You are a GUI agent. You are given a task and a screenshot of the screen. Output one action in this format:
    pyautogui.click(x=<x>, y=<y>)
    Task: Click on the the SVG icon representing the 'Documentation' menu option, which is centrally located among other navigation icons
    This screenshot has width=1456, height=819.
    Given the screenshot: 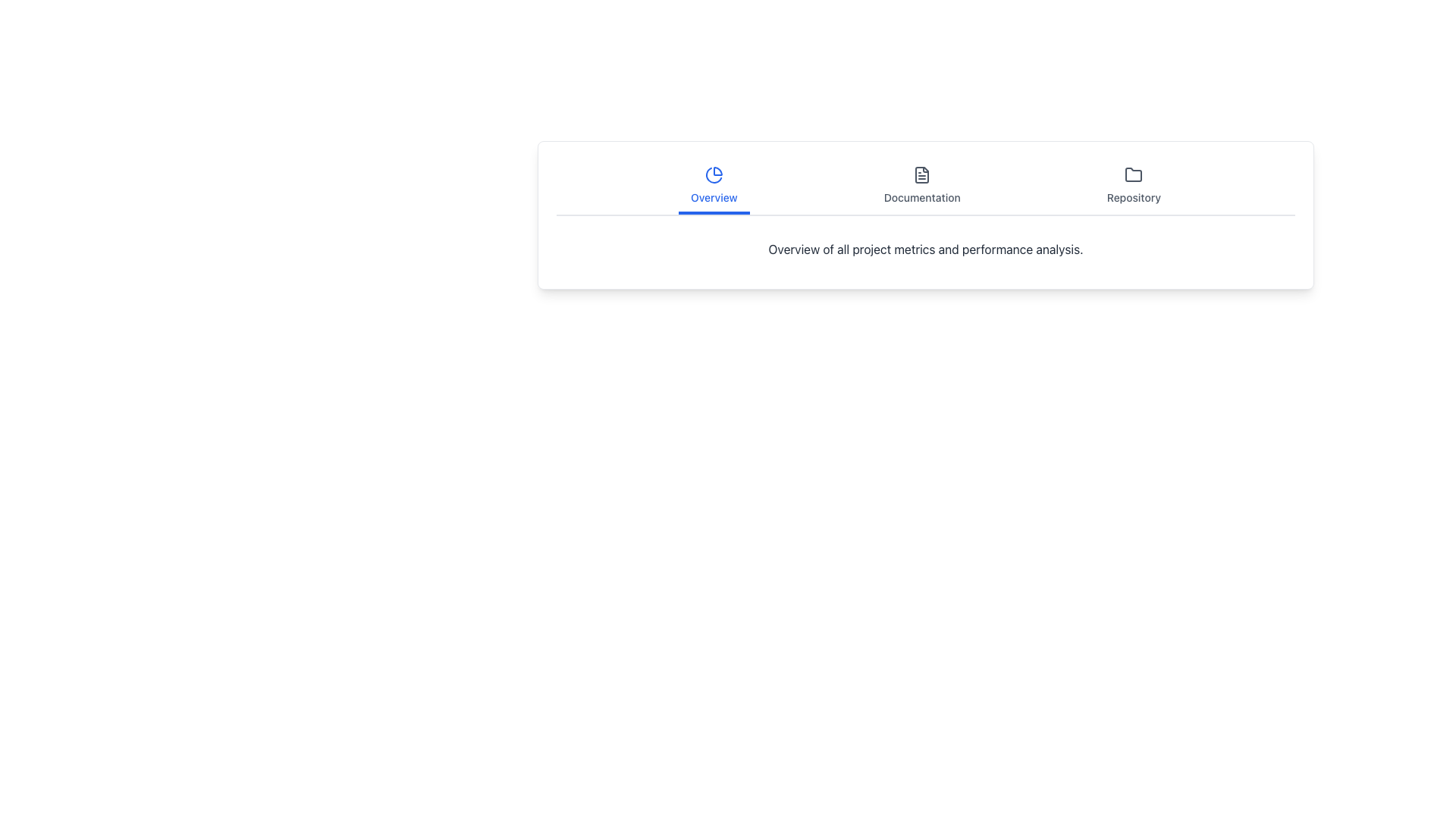 What is the action you would take?
    pyautogui.click(x=921, y=174)
    